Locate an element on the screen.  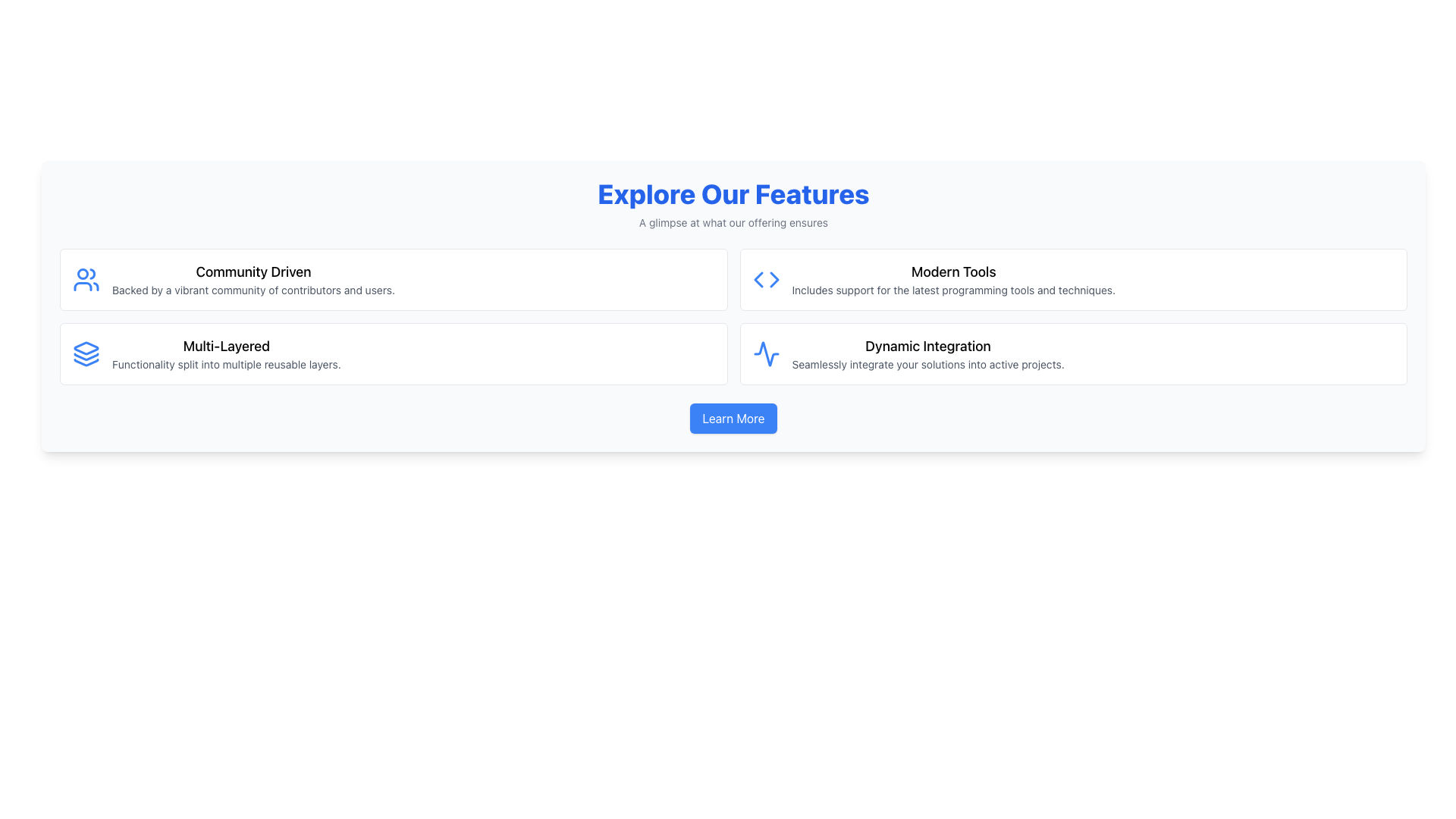
the right-pointing arrow SVG icon that is part of the 'Modern Tools' feature icon, located in the second column of the feature grid is located at coordinates (774, 280).